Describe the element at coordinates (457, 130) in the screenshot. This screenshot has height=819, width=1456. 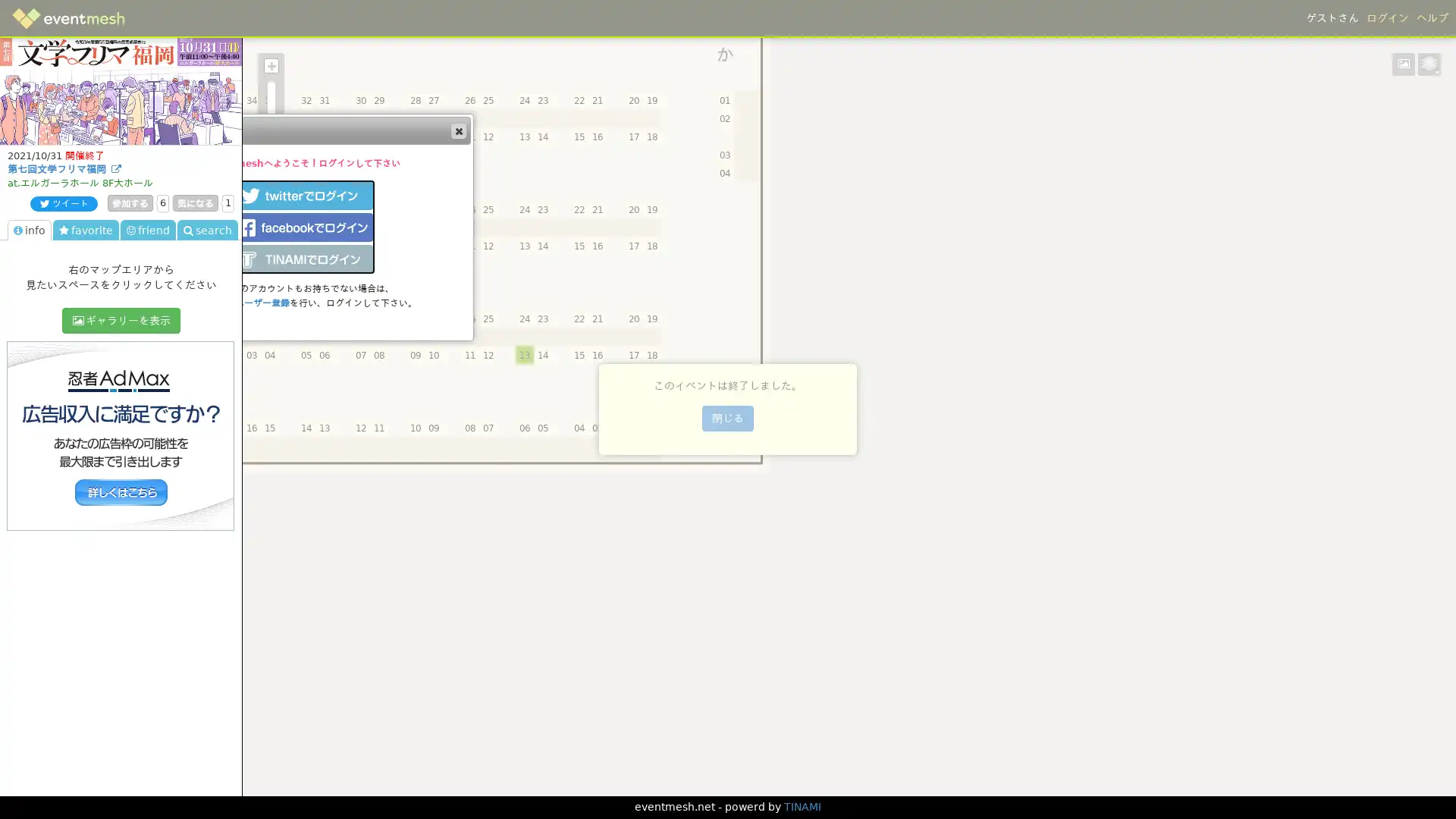
I see `close` at that location.